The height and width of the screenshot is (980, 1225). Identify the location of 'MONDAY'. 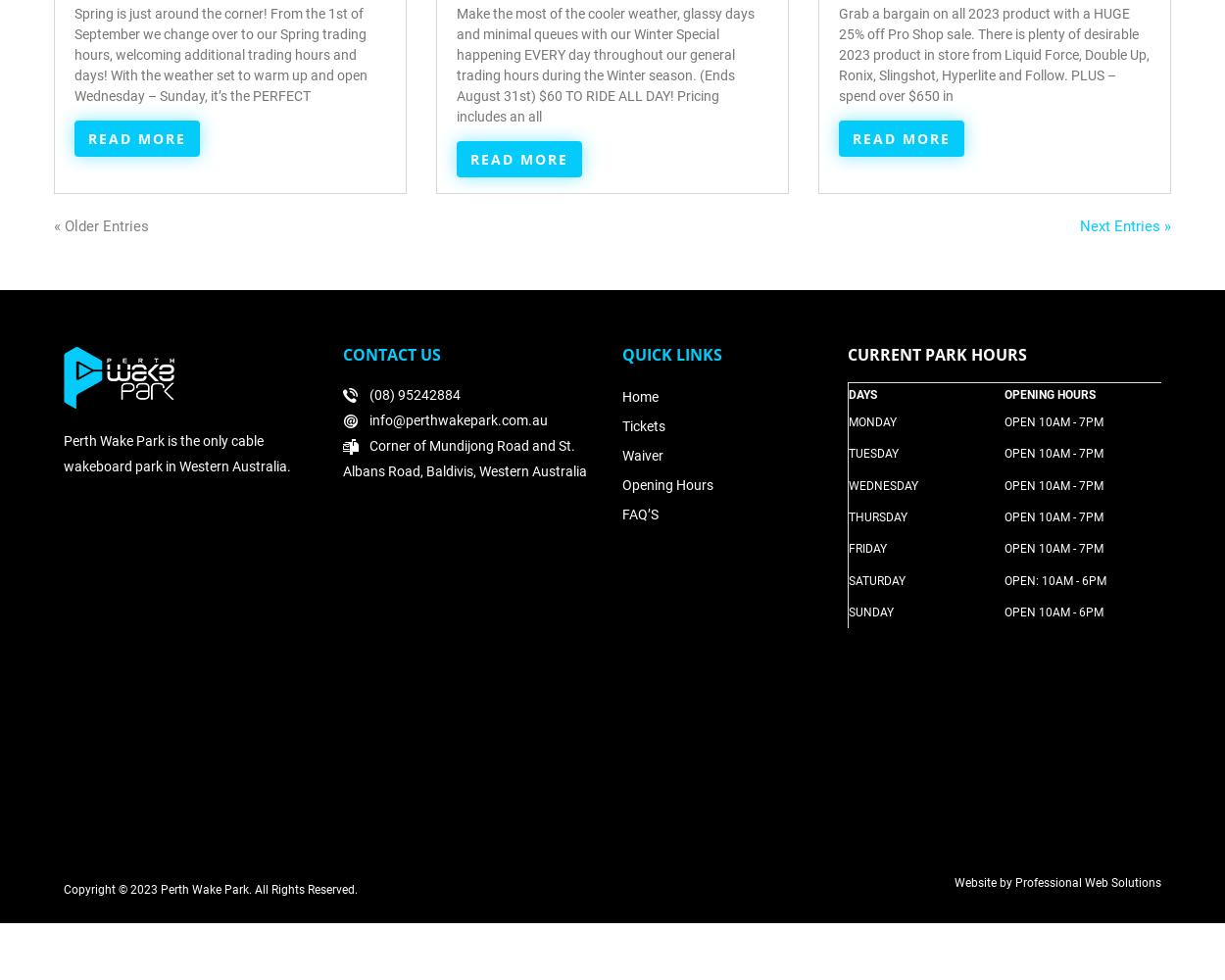
(872, 422).